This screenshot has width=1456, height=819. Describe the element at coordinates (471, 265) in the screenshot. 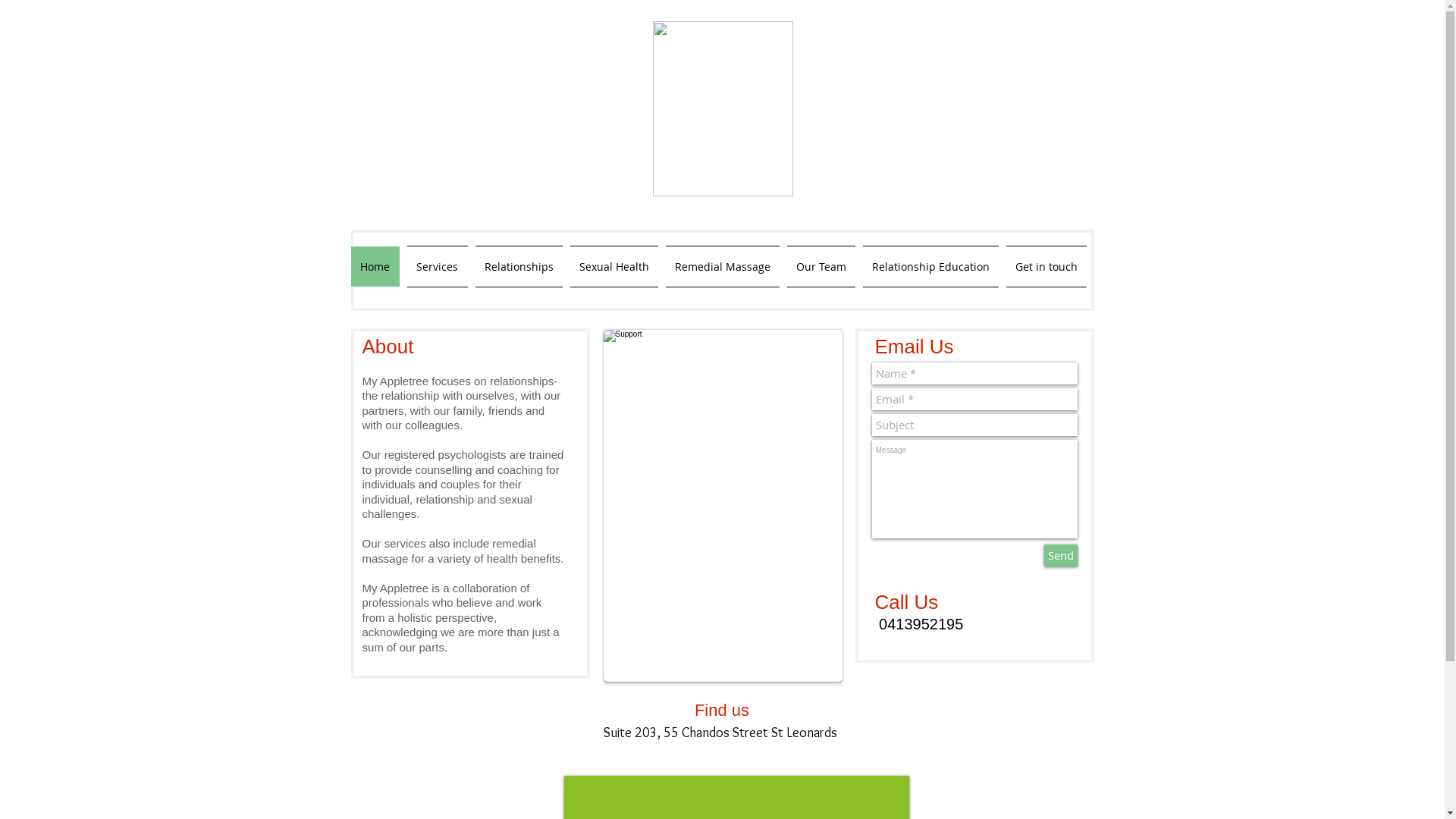

I see `'Relationships'` at that location.